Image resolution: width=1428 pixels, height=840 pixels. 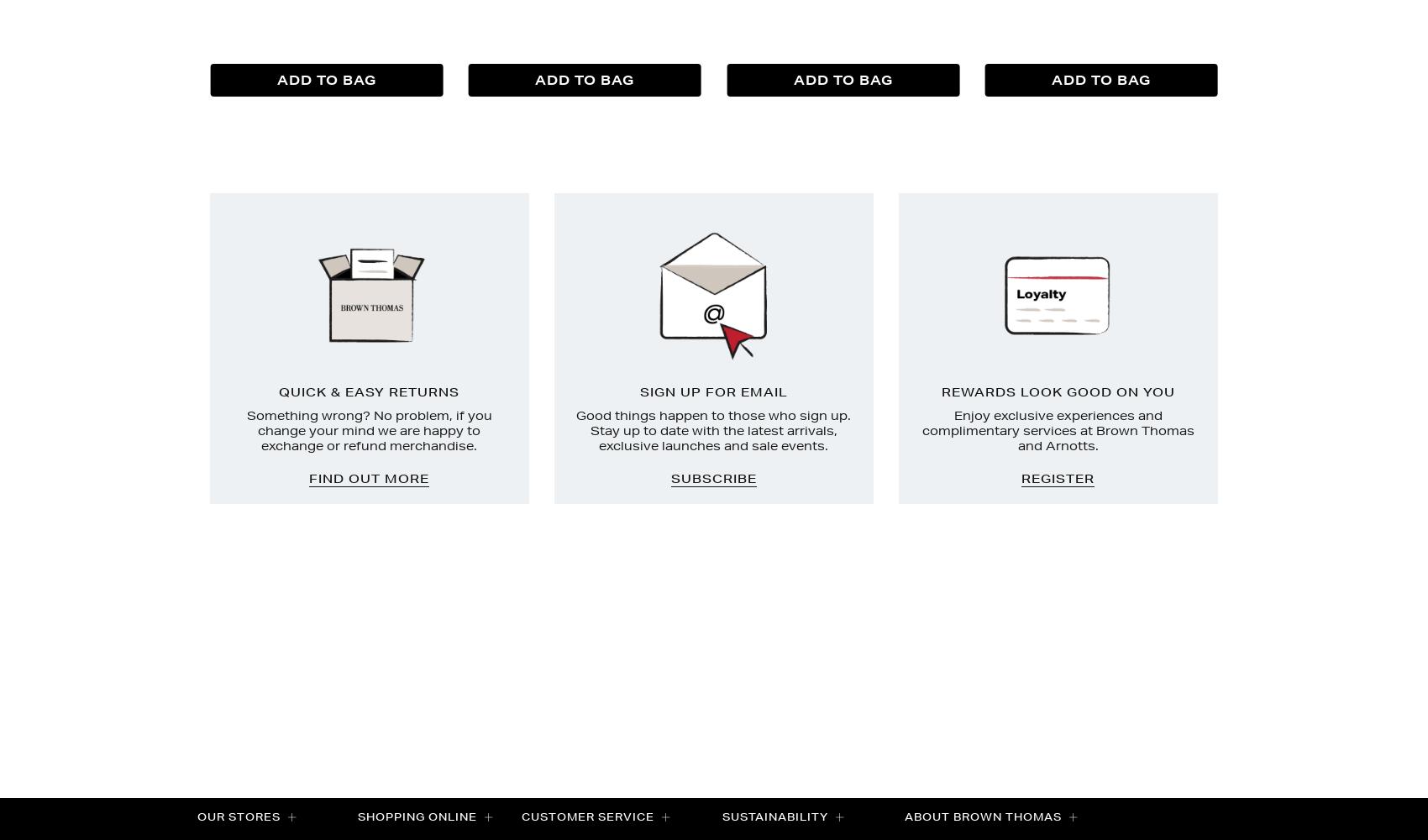 I want to click on 'SUBSCRIBE', so click(x=669, y=478).